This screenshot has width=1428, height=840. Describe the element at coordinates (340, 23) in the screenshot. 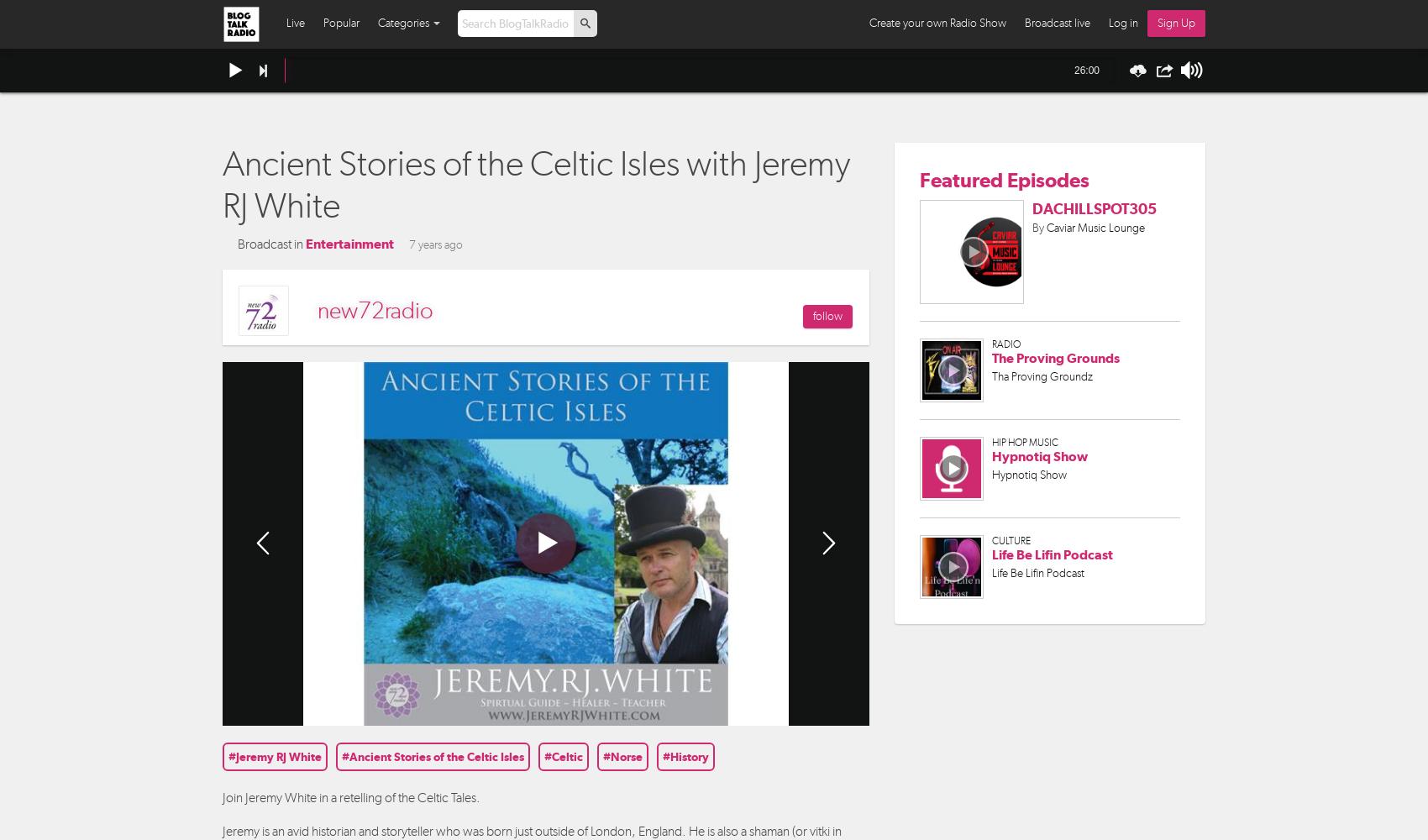

I see `'Popular'` at that location.